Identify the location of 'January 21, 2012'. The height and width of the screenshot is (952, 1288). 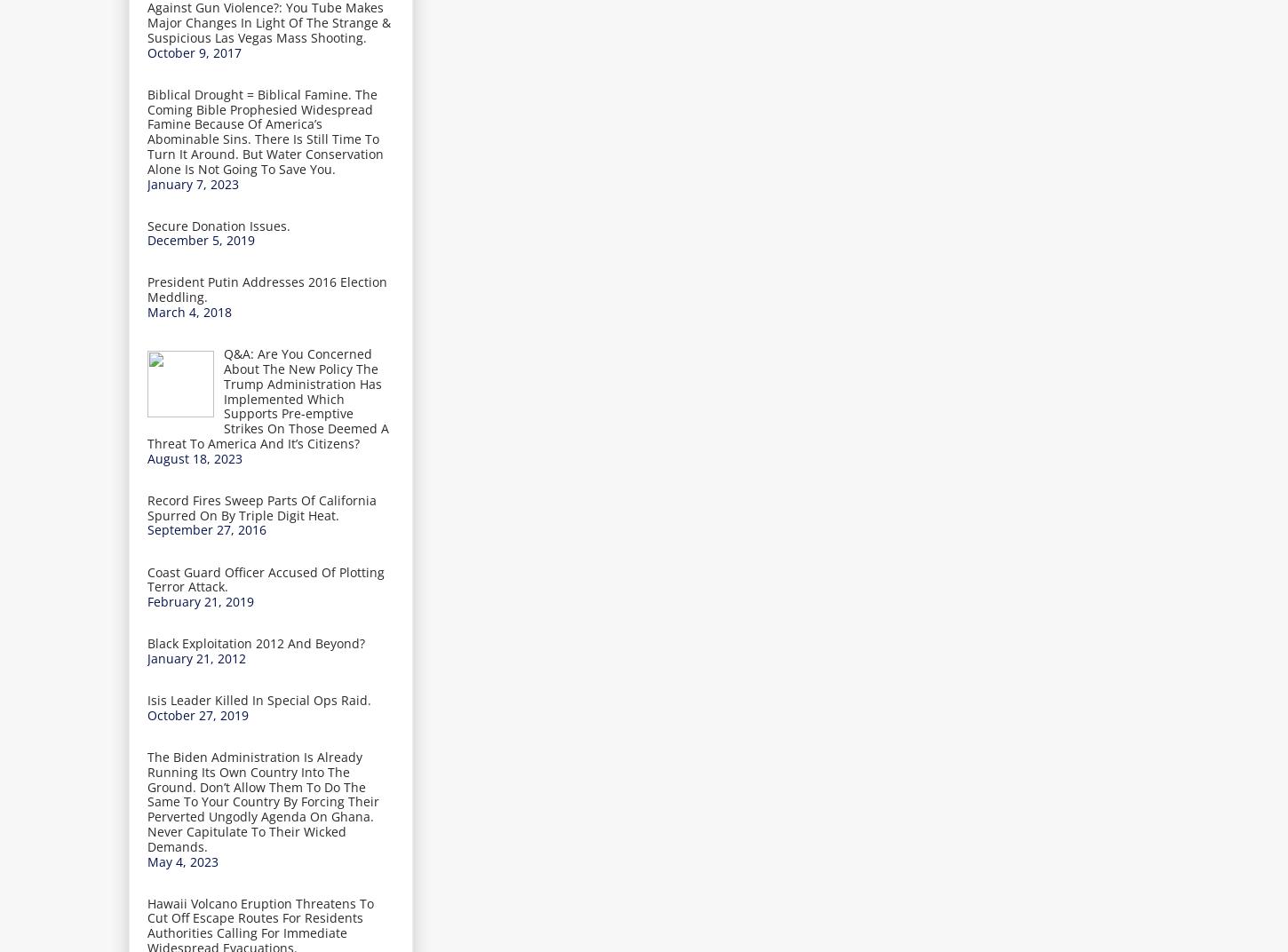
(195, 658).